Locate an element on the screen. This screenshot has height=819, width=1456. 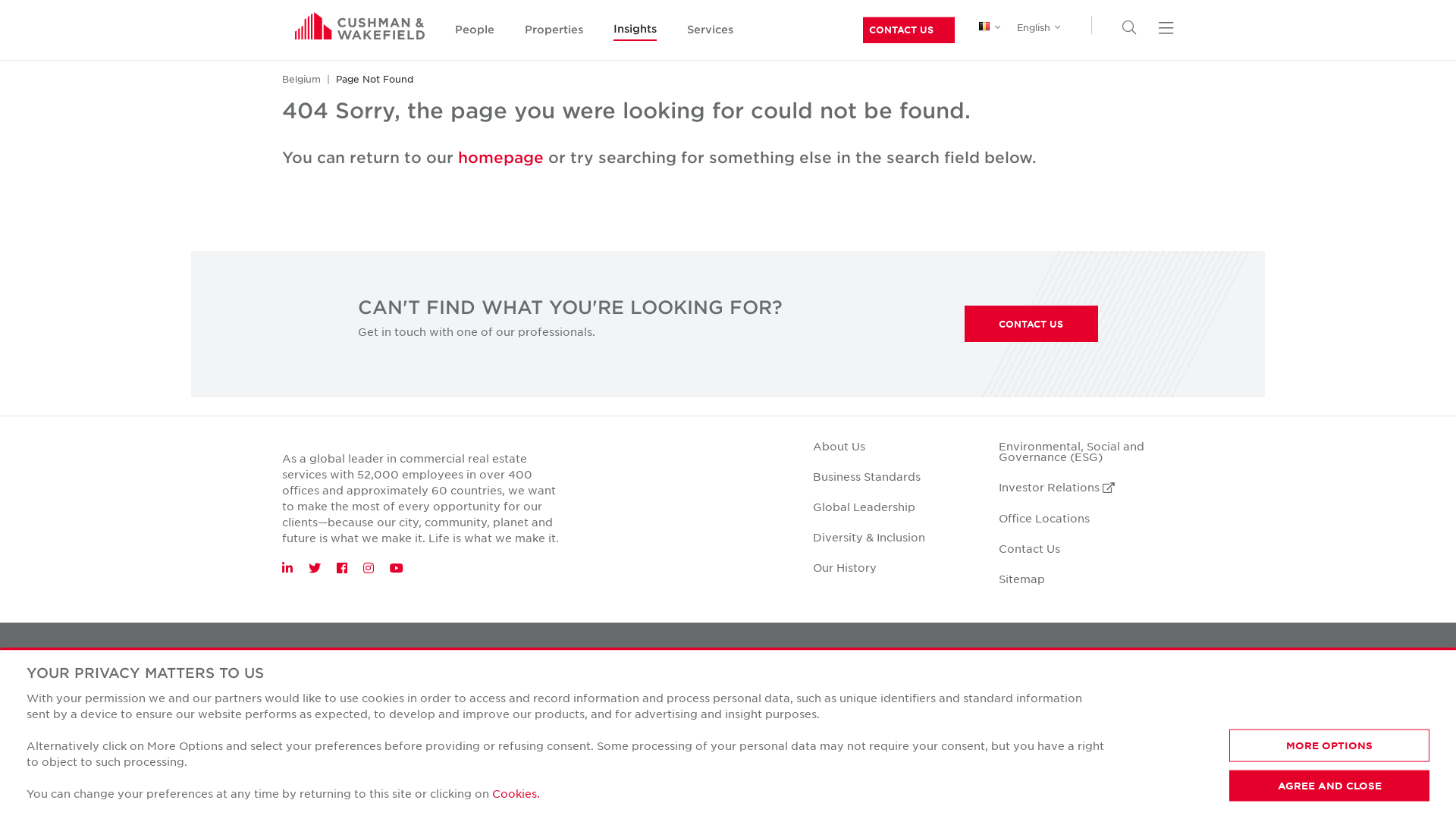
'Properties' is located at coordinates (553, 30).